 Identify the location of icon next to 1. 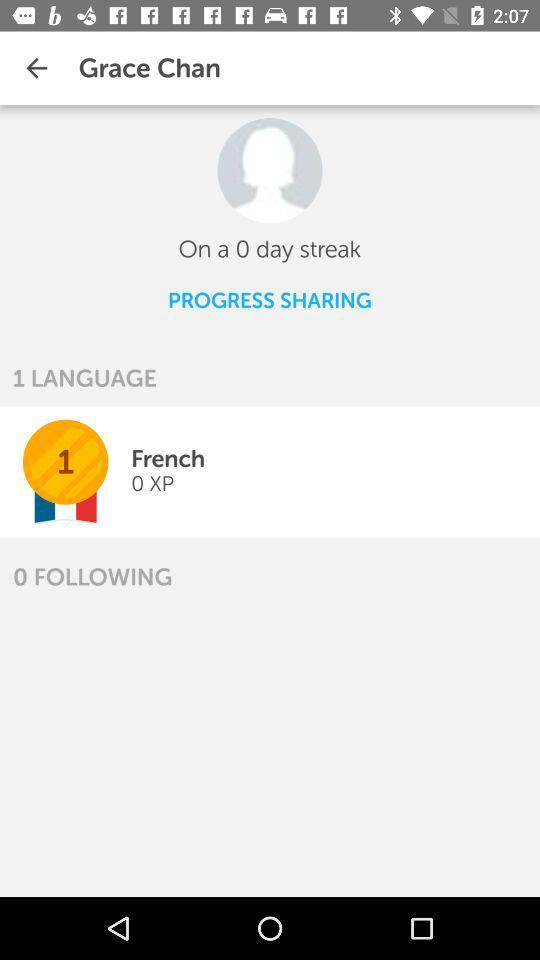
(151, 482).